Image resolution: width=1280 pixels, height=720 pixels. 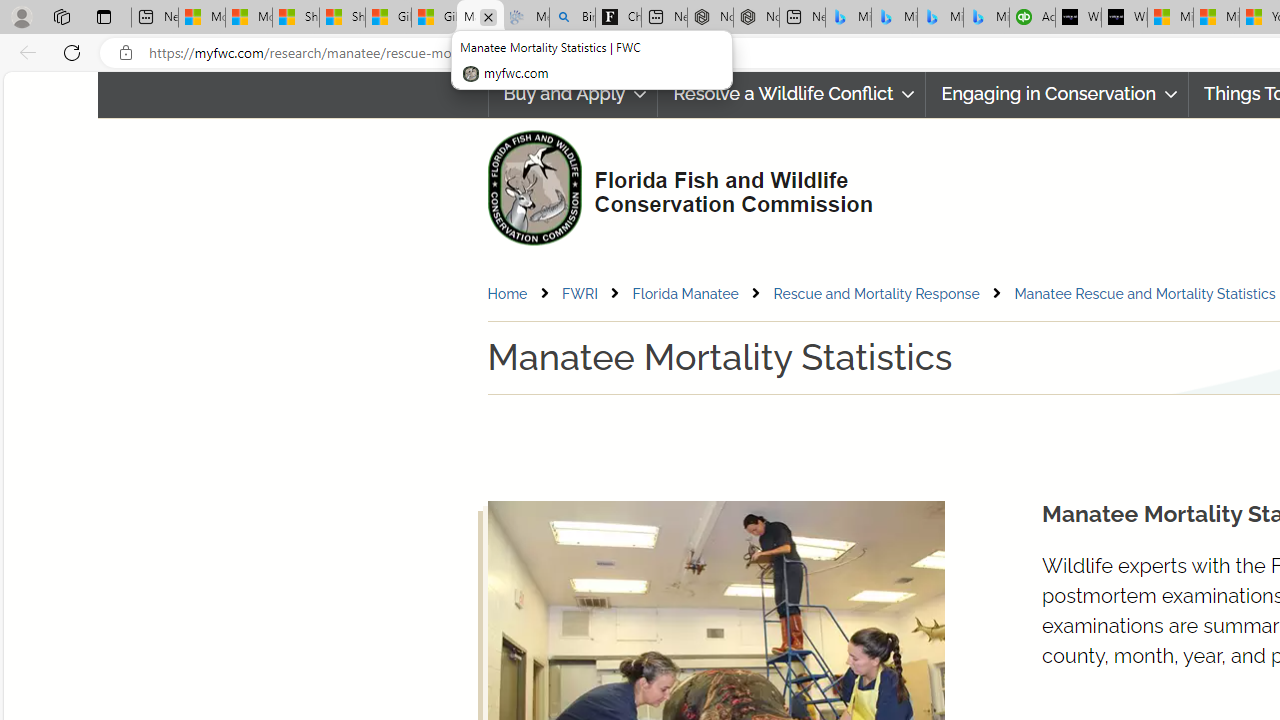 What do you see at coordinates (24, 51) in the screenshot?
I see `'Back'` at bounding box center [24, 51].